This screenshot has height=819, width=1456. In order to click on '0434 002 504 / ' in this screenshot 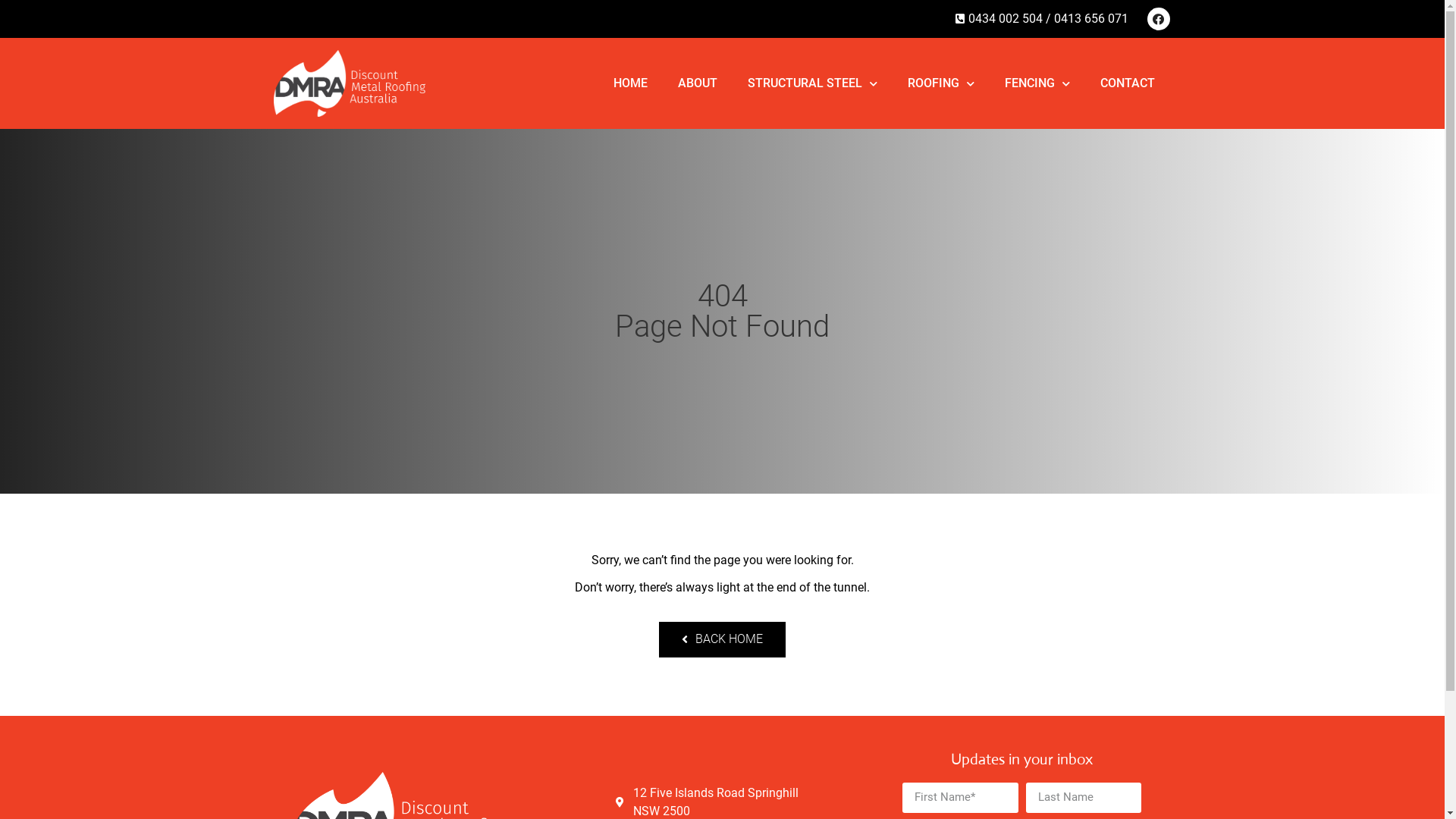, I will do `click(1002, 18)`.